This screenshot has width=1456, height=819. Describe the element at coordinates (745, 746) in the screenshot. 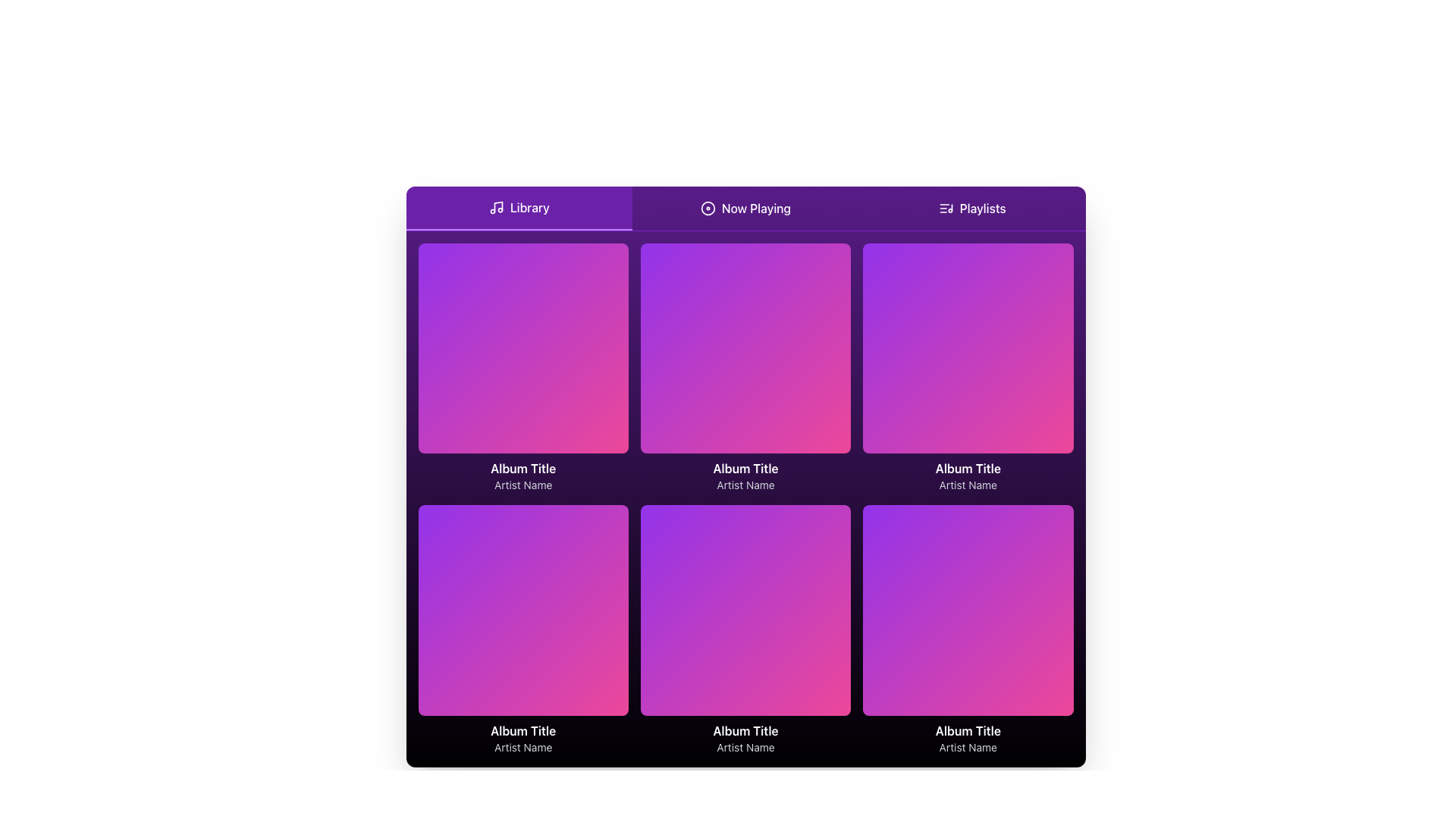

I see `text label that displays the name of the artist associated with the album, positioned below the 'Album Title' text in the bottom-center grid cell` at that location.